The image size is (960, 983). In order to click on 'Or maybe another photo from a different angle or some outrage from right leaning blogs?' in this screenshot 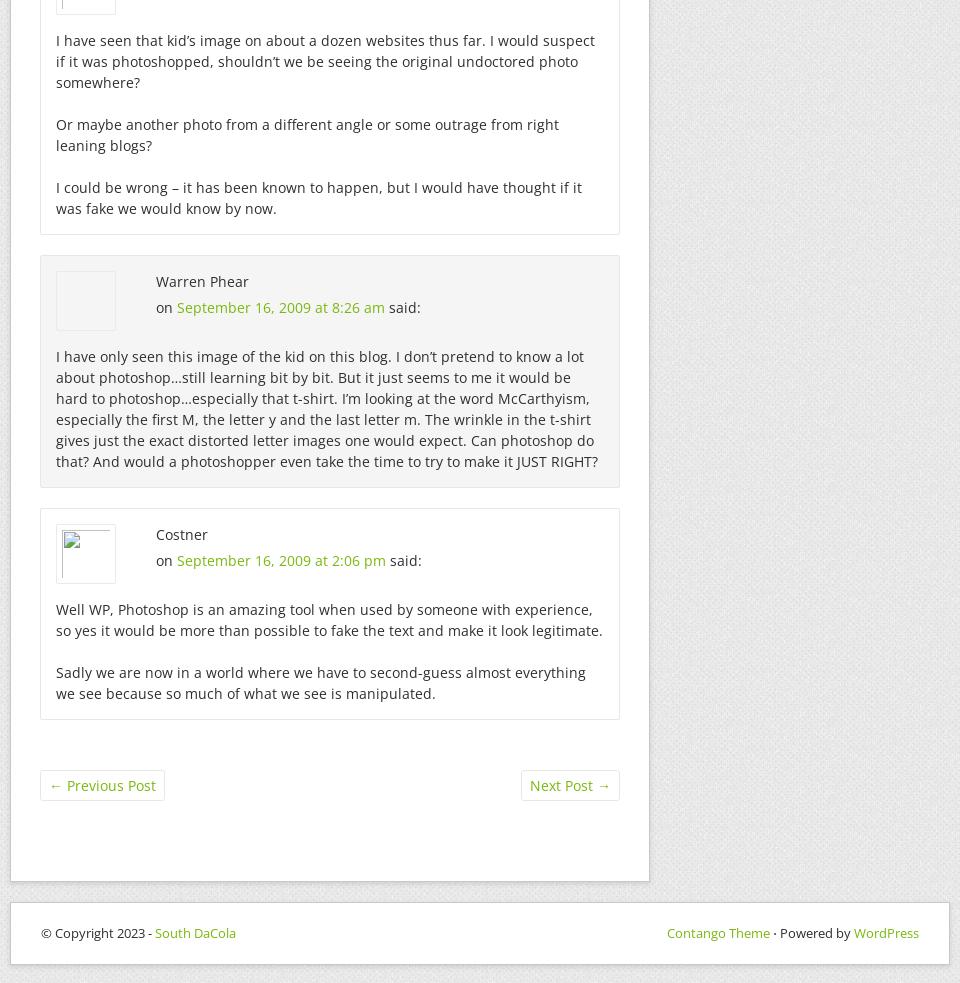, I will do `click(307, 133)`.